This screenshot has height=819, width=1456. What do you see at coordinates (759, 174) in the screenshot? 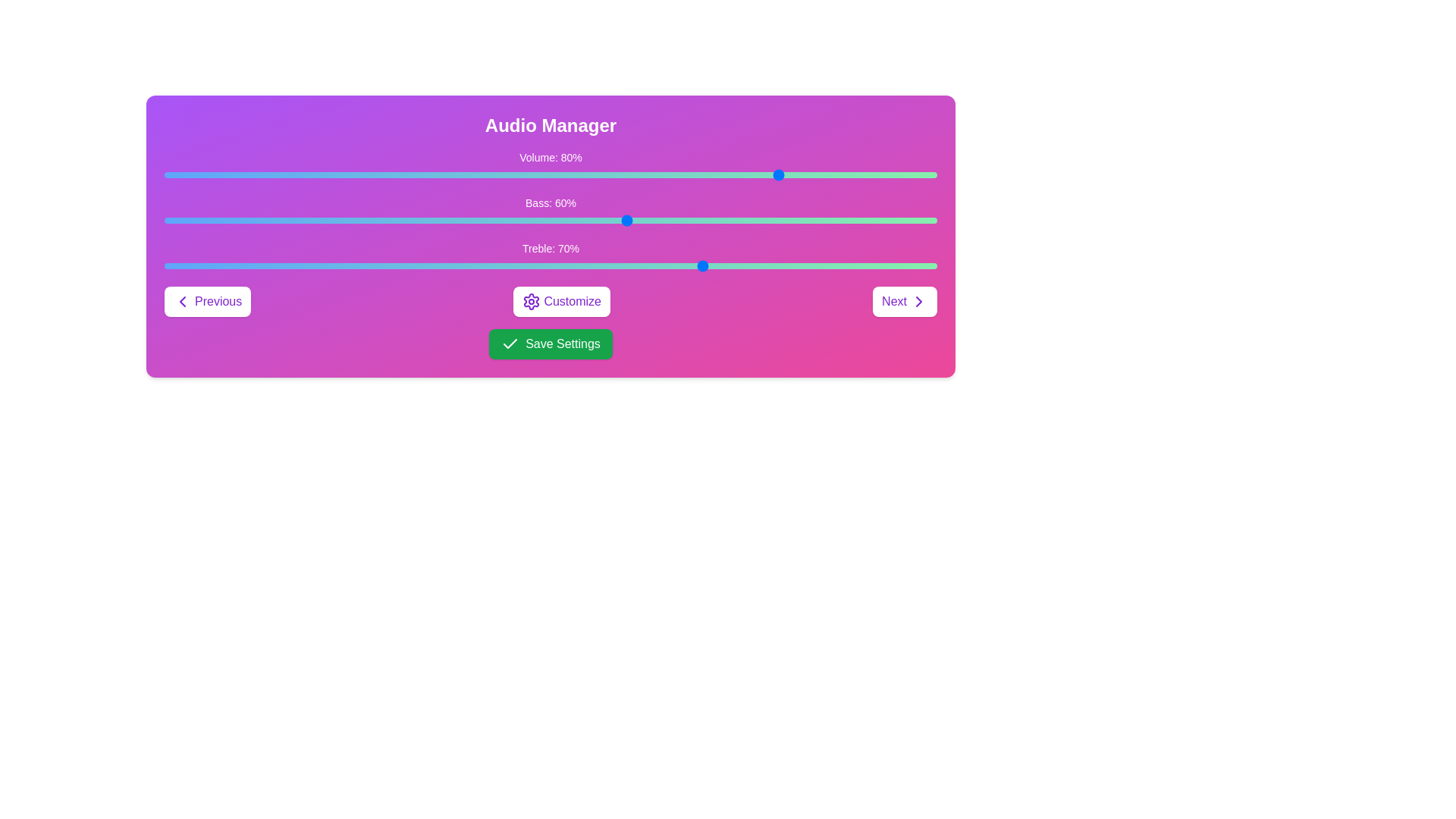
I see `the slider value` at bounding box center [759, 174].